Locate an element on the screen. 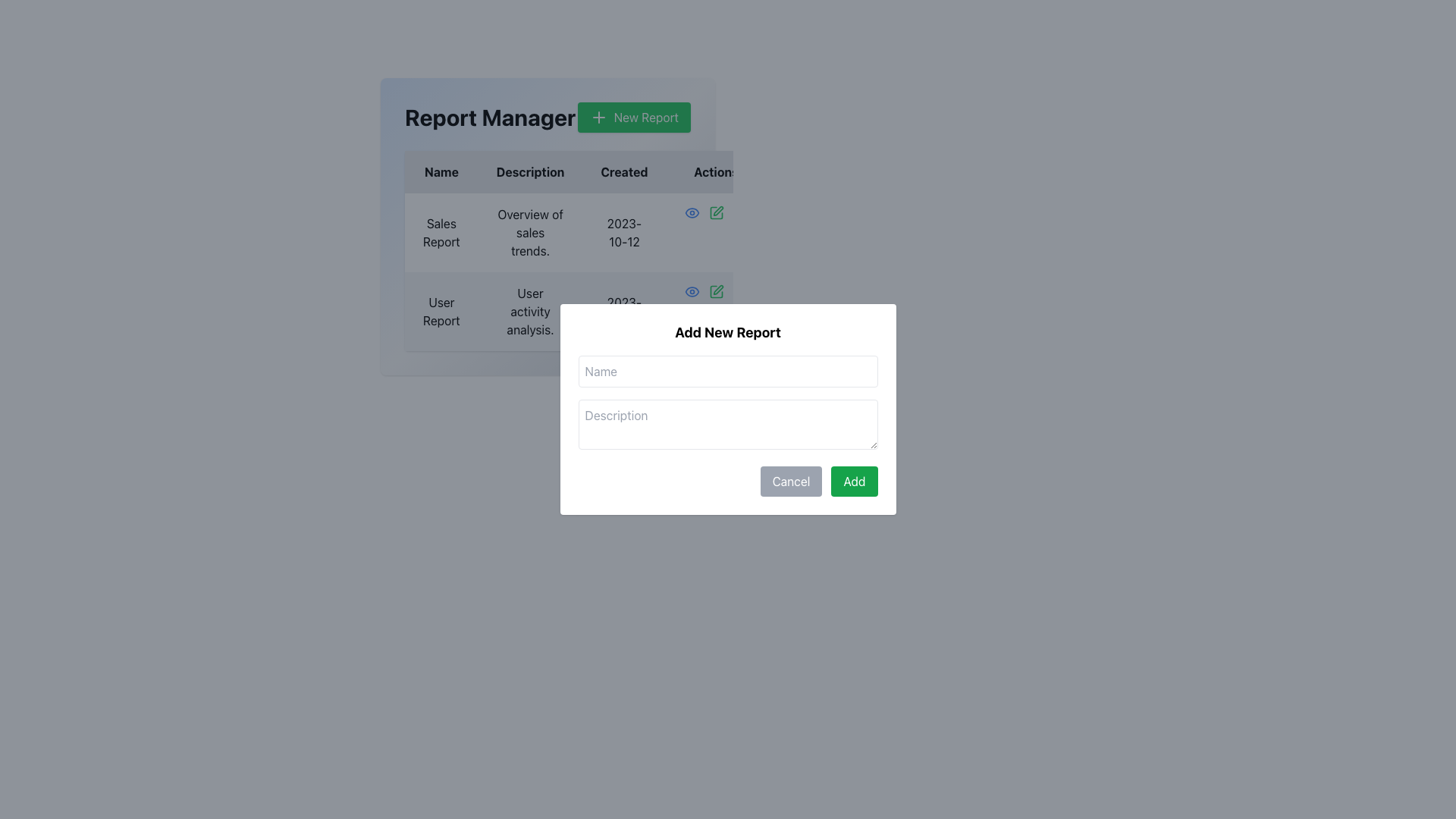  the green pen icon styled button in the 'Actions' column of the second row for 'User Report' is located at coordinates (715, 292).